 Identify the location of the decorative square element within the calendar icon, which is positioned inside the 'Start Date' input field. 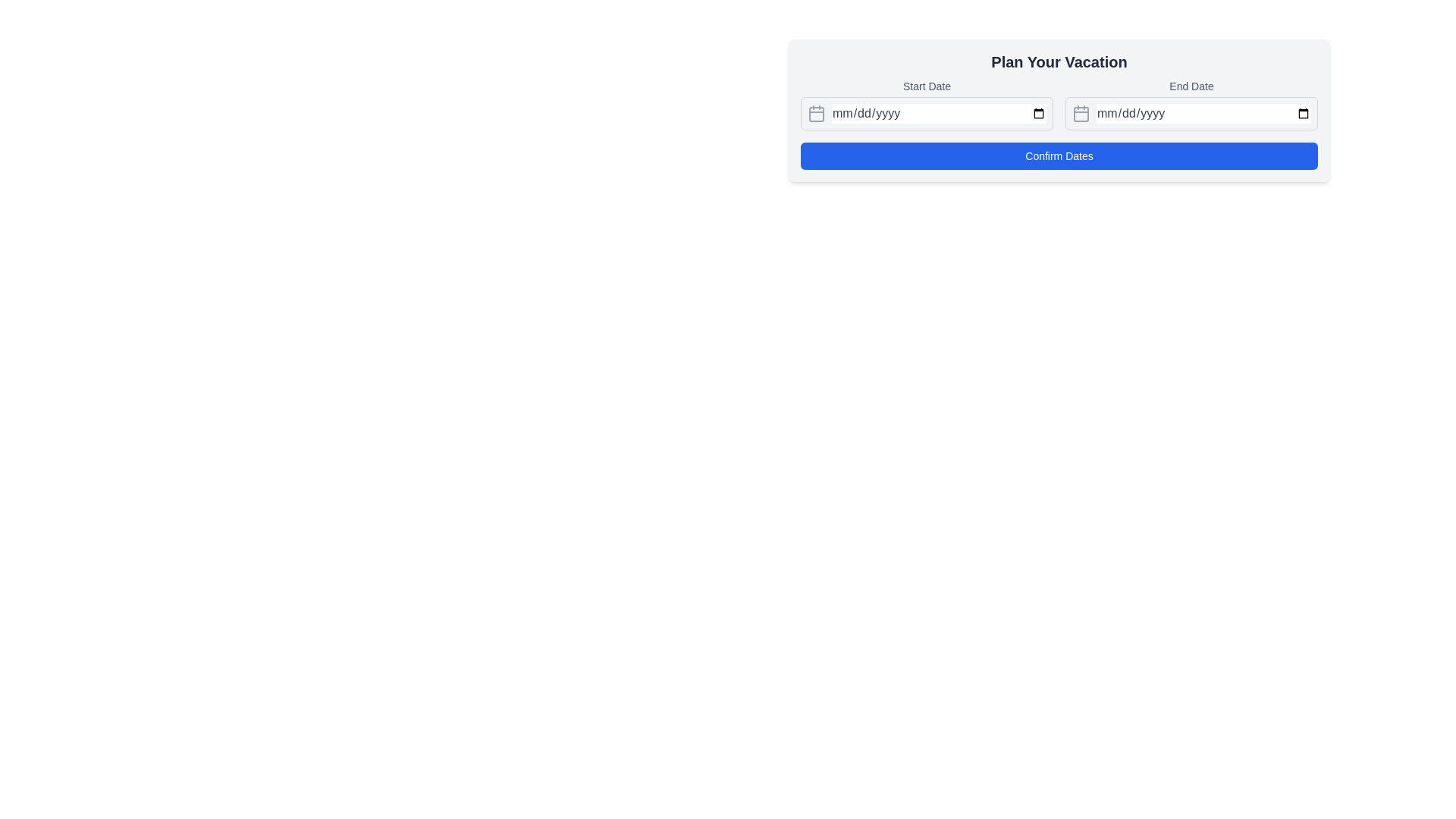
(815, 113).